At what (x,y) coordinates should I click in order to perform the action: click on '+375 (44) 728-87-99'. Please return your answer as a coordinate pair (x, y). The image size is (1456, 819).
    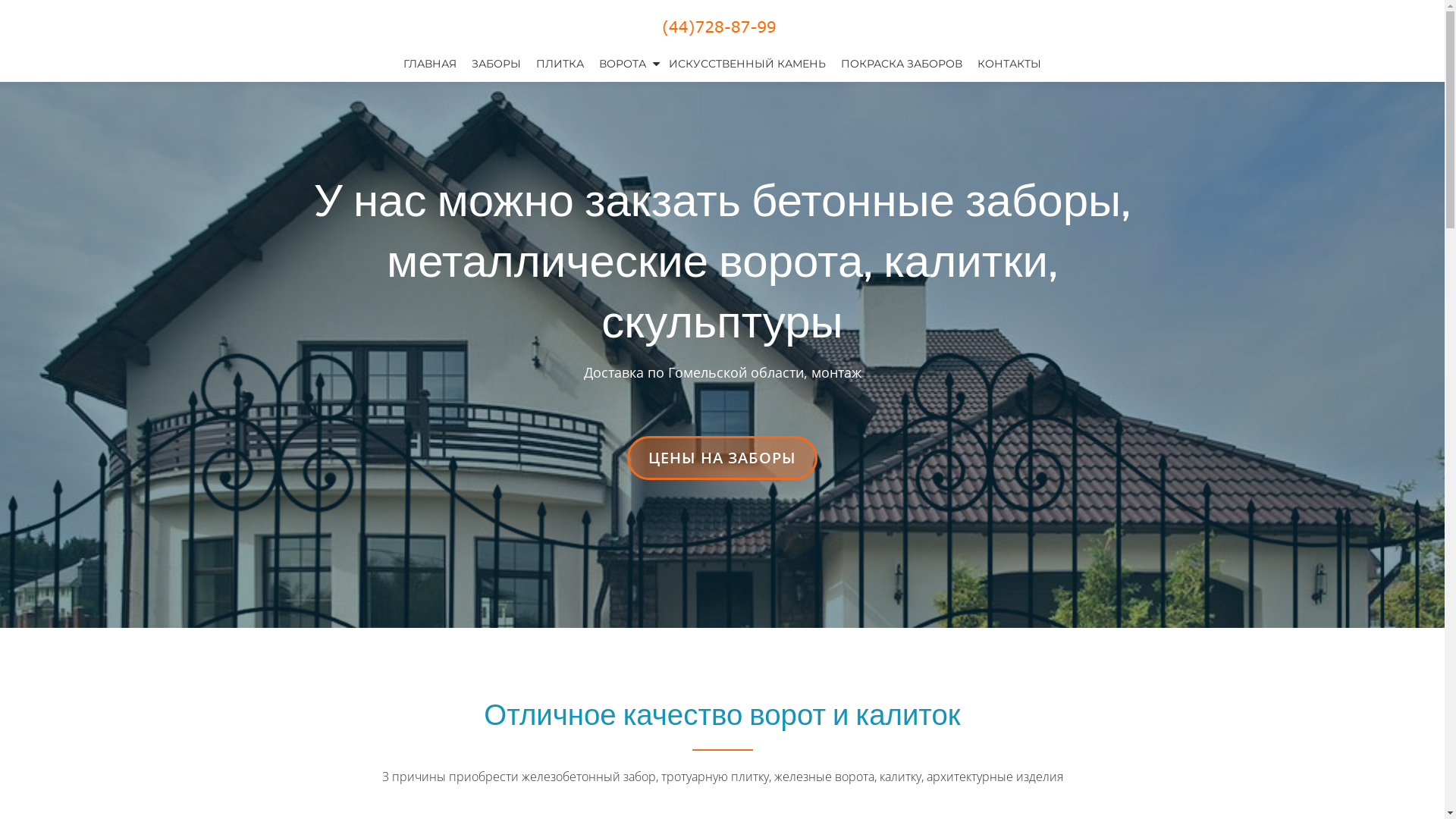
    Looking at the image, I should click on (662, 26).